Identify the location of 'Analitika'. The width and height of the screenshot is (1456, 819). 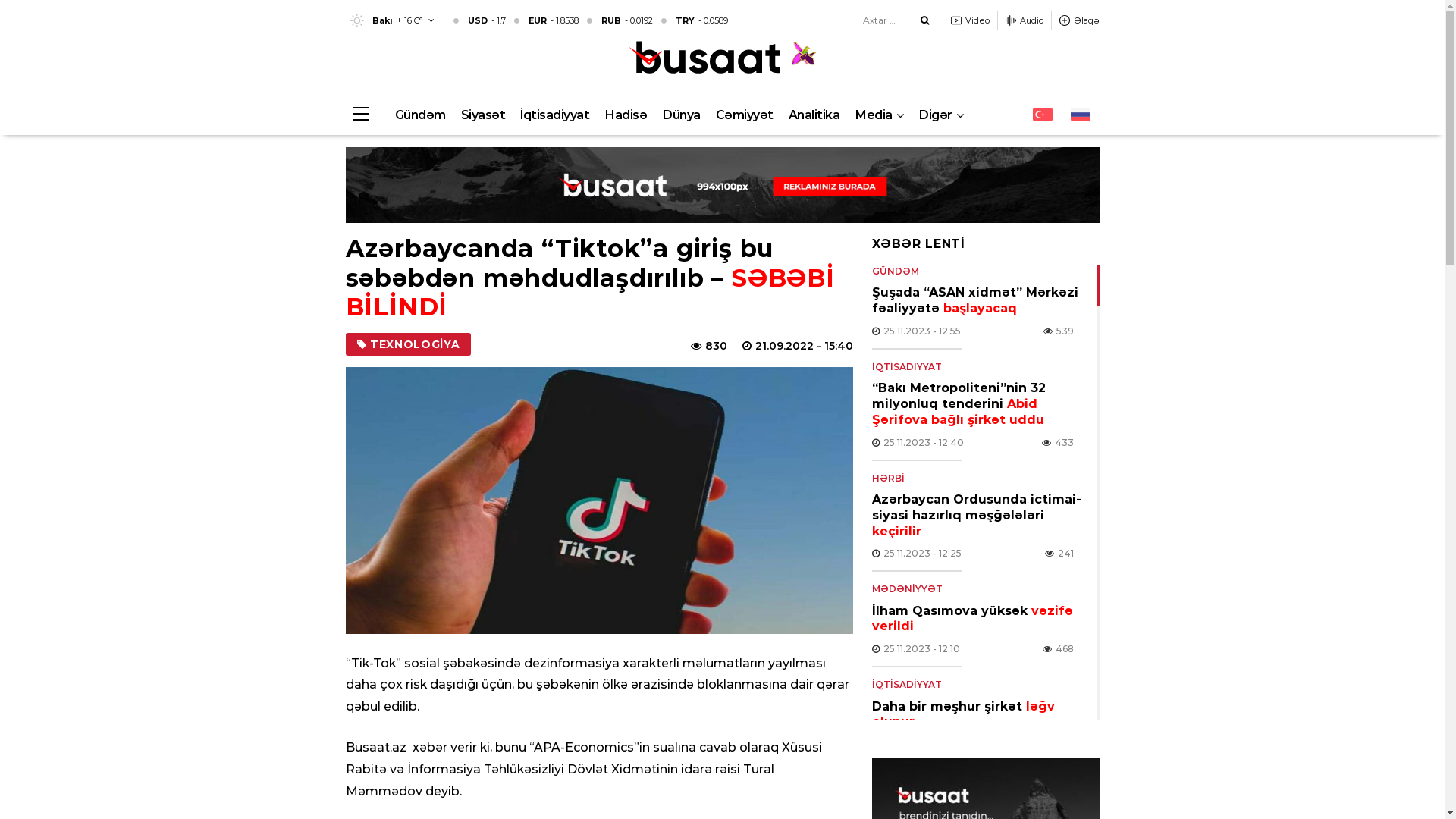
(814, 115).